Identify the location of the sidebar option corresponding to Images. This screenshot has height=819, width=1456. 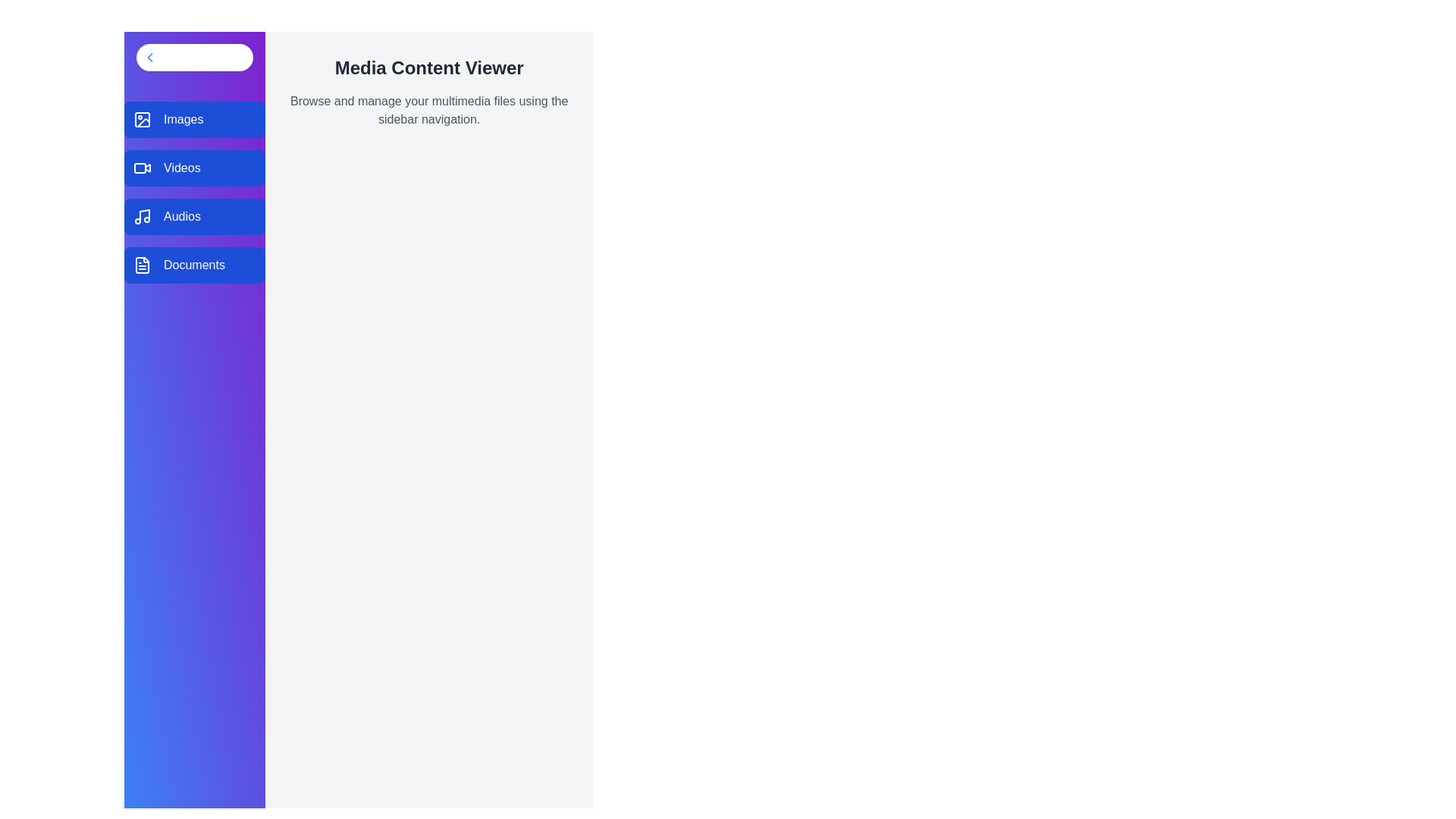
(194, 119).